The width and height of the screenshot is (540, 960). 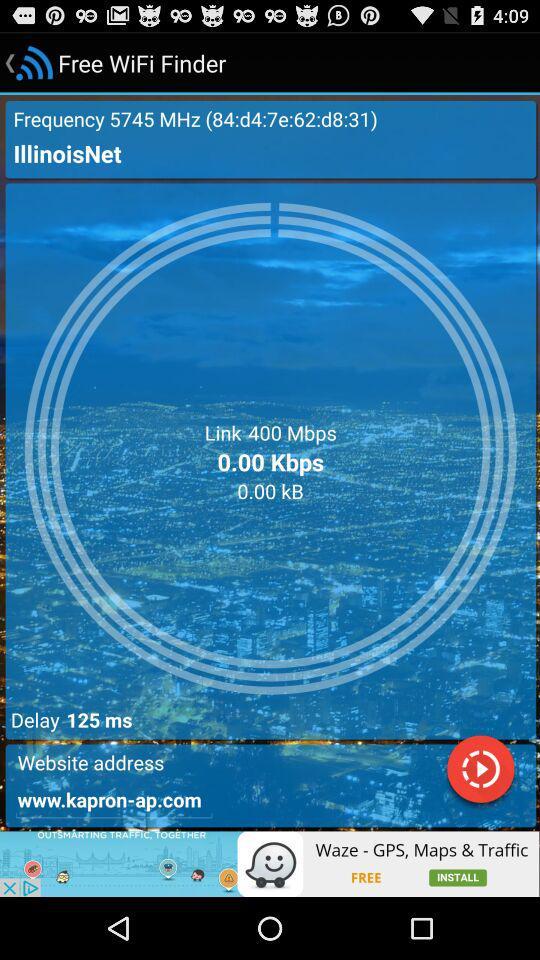 I want to click on the play icon, so click(x=479, y=826).